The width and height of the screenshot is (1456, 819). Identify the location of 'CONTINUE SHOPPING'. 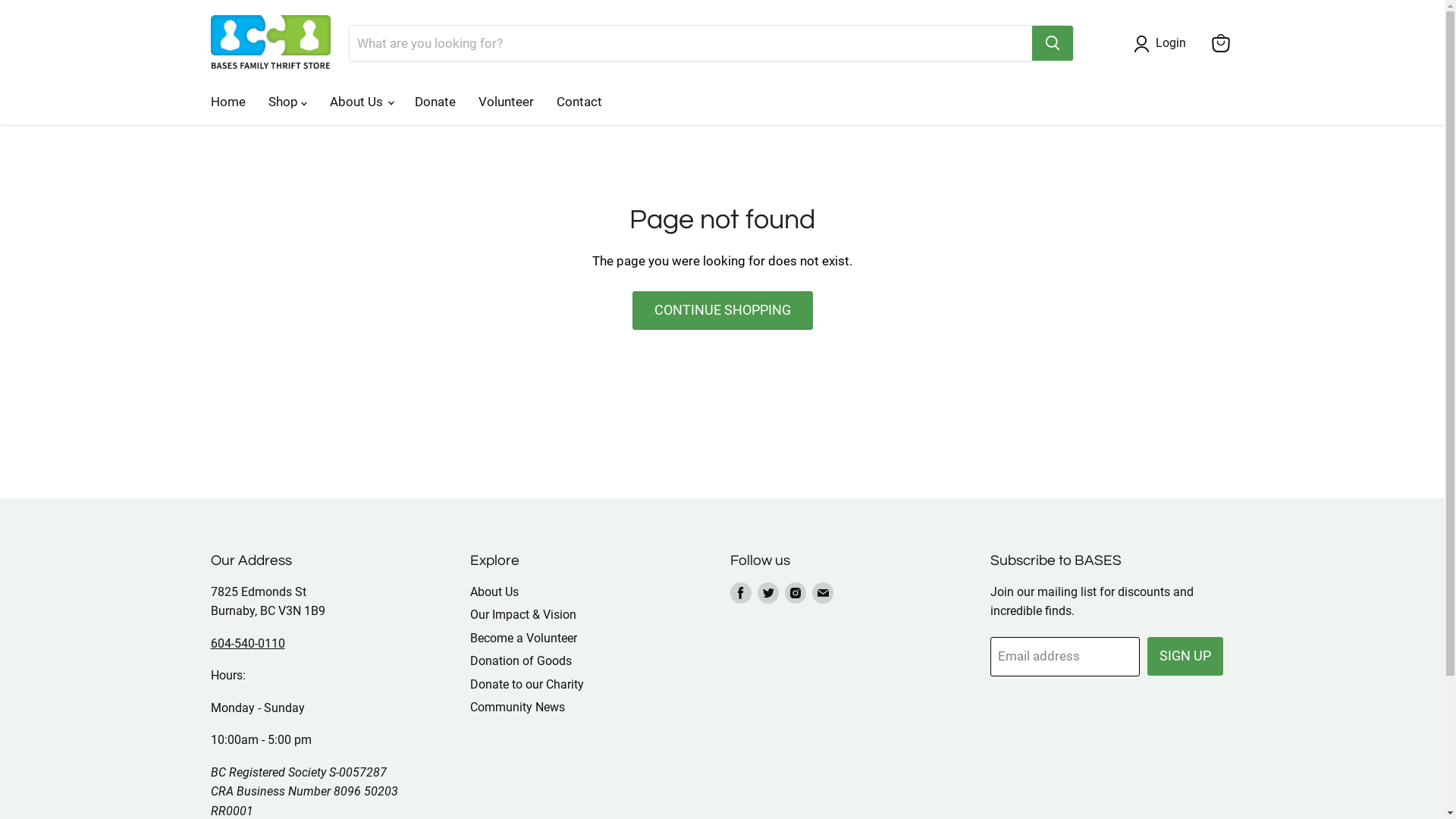
(632, 309).